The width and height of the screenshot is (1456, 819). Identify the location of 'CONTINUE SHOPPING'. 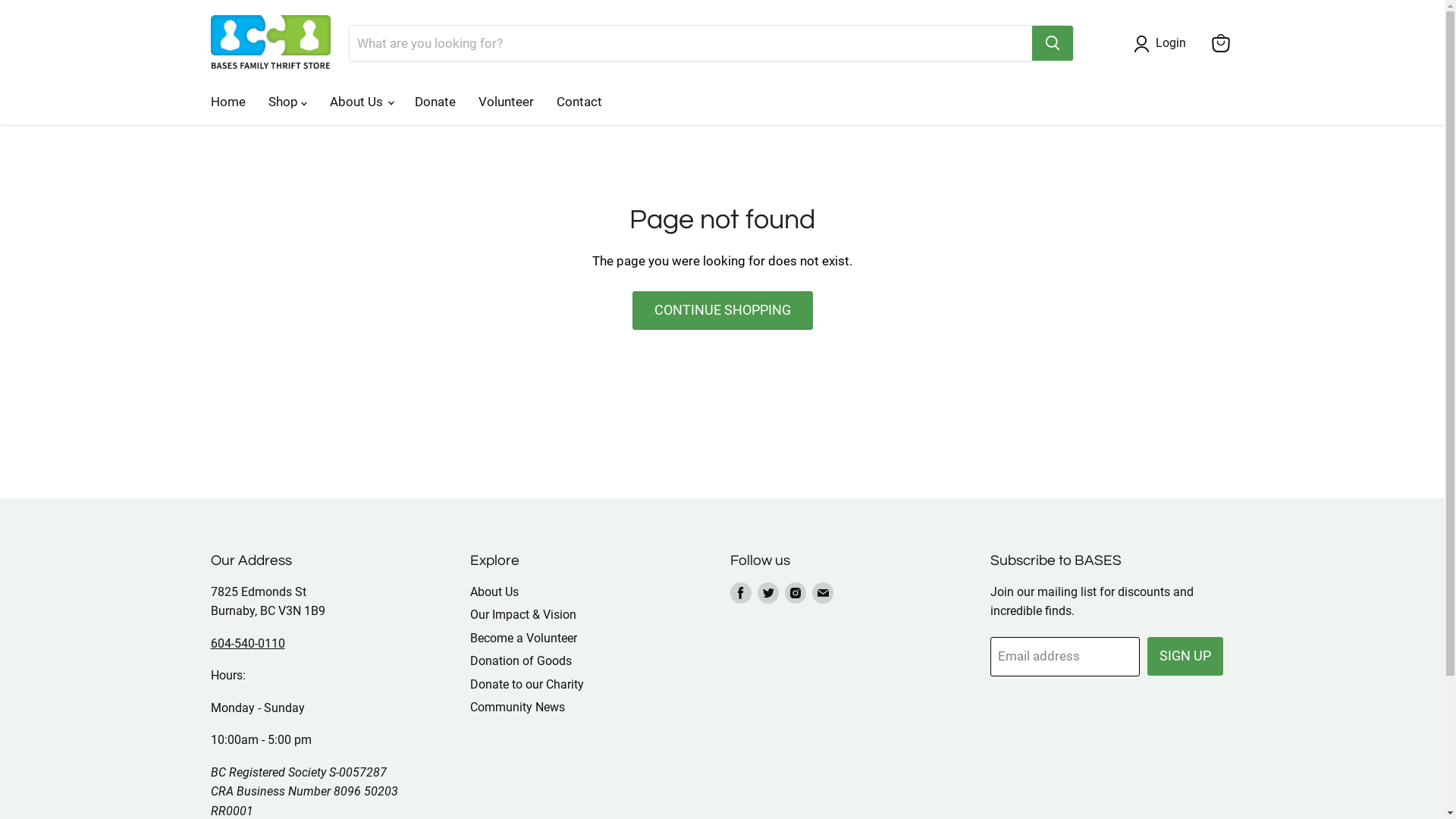
(632, 309).